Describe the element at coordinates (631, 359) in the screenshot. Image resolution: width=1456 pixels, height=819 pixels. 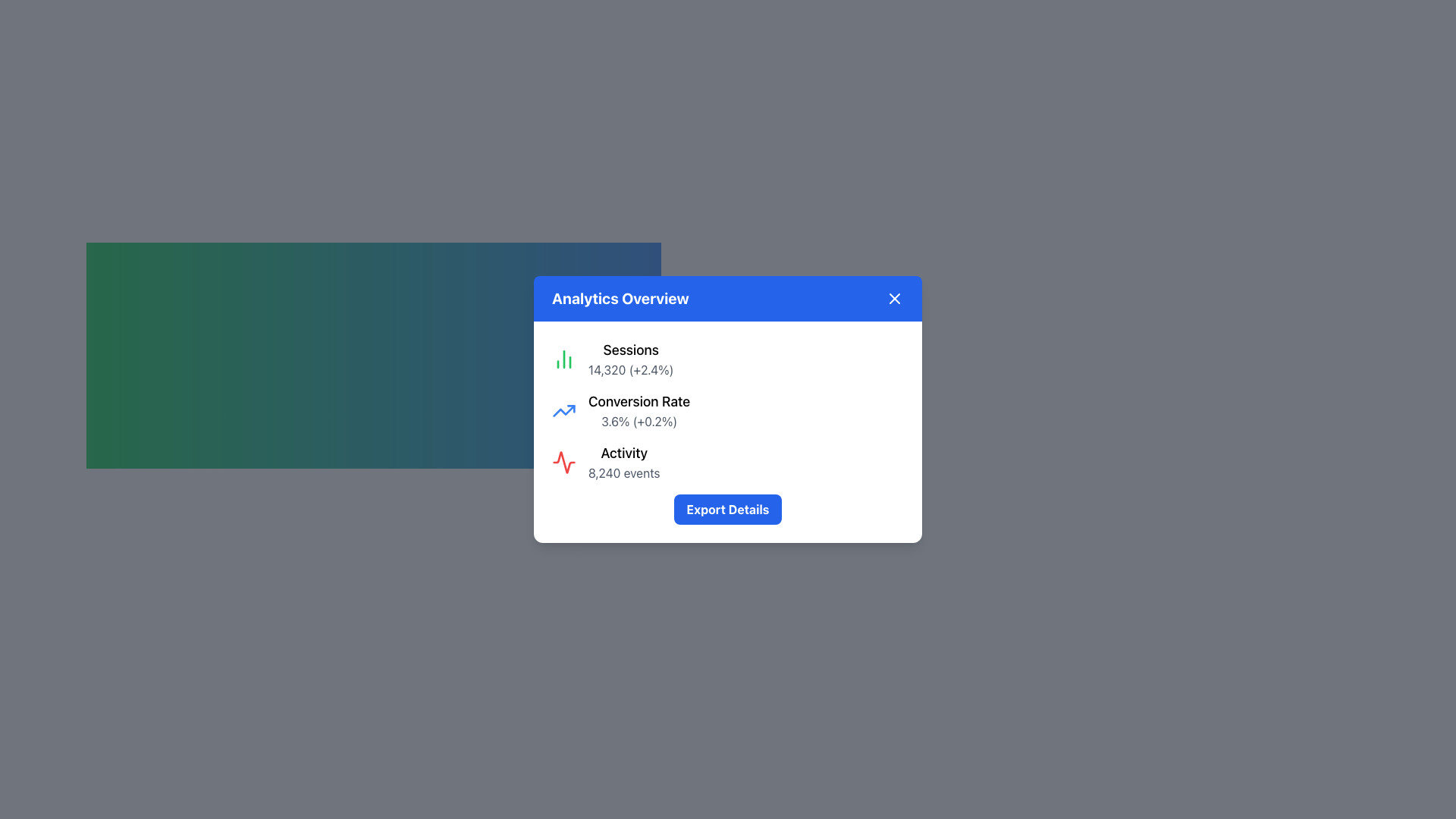
I see `the textual information block displaying the number of sessions and percentage change in the 'Analytics Overview' pop-up dialogue box` at that location.